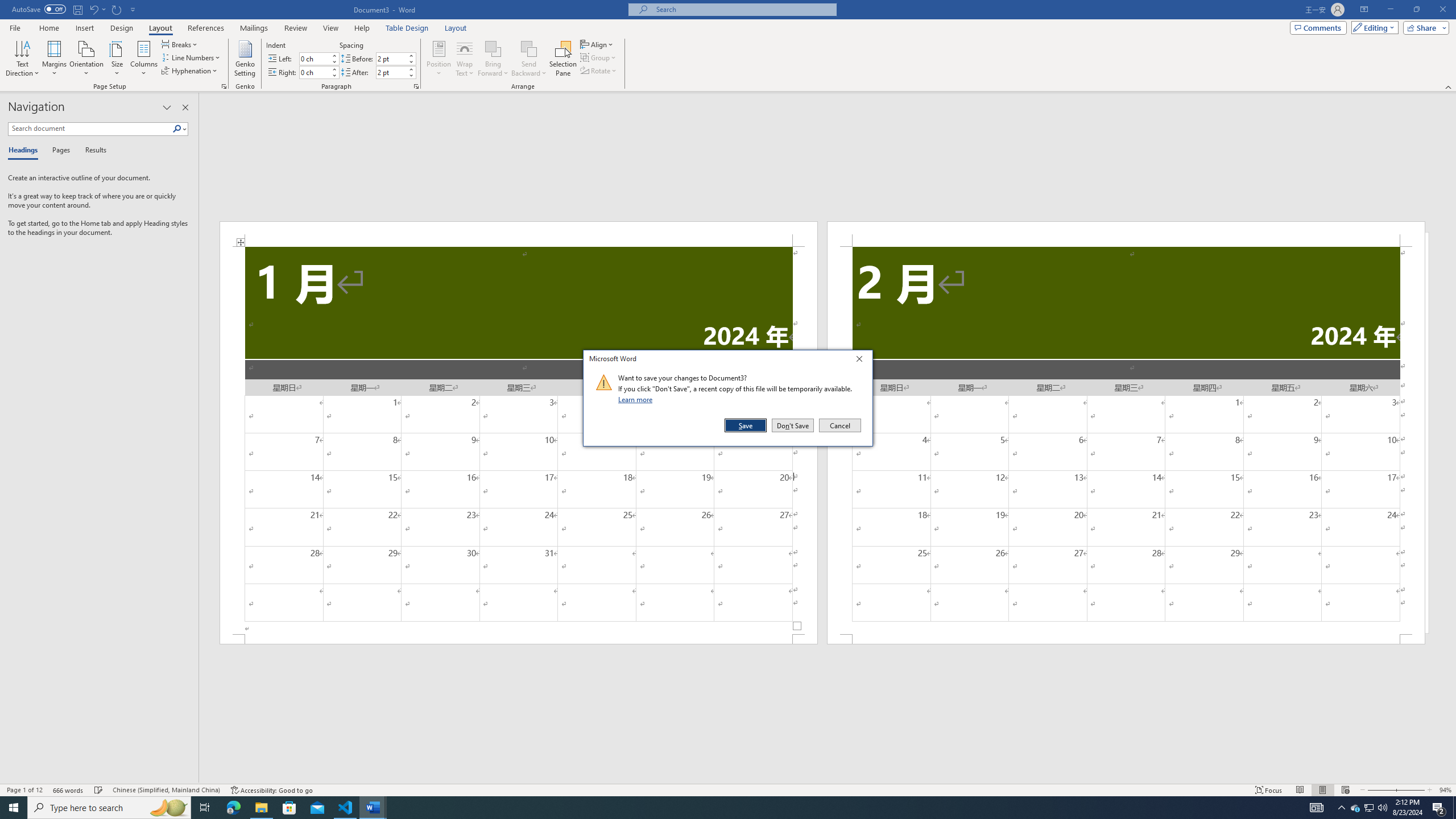  What do you see at coordinates (598, 56) in the screenshot?
I see `'Group'` at bounding box center [598, 56].